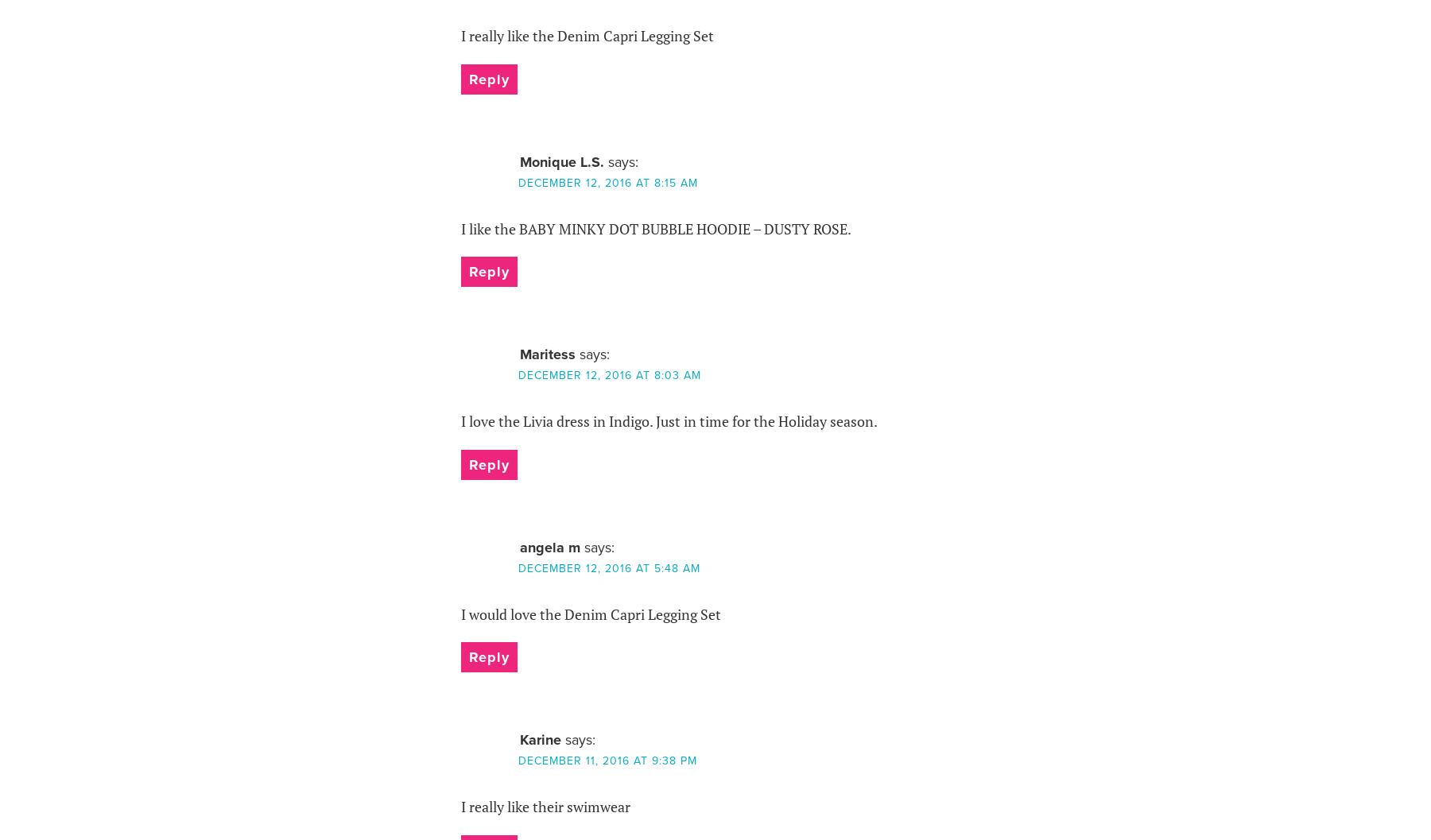 The image size is (1431, 840). What do you see at coordinates (518, 181) in the screenshot?
I see `'December 12, 2016 at 8:15 am'` at bounding box center [518, 181].